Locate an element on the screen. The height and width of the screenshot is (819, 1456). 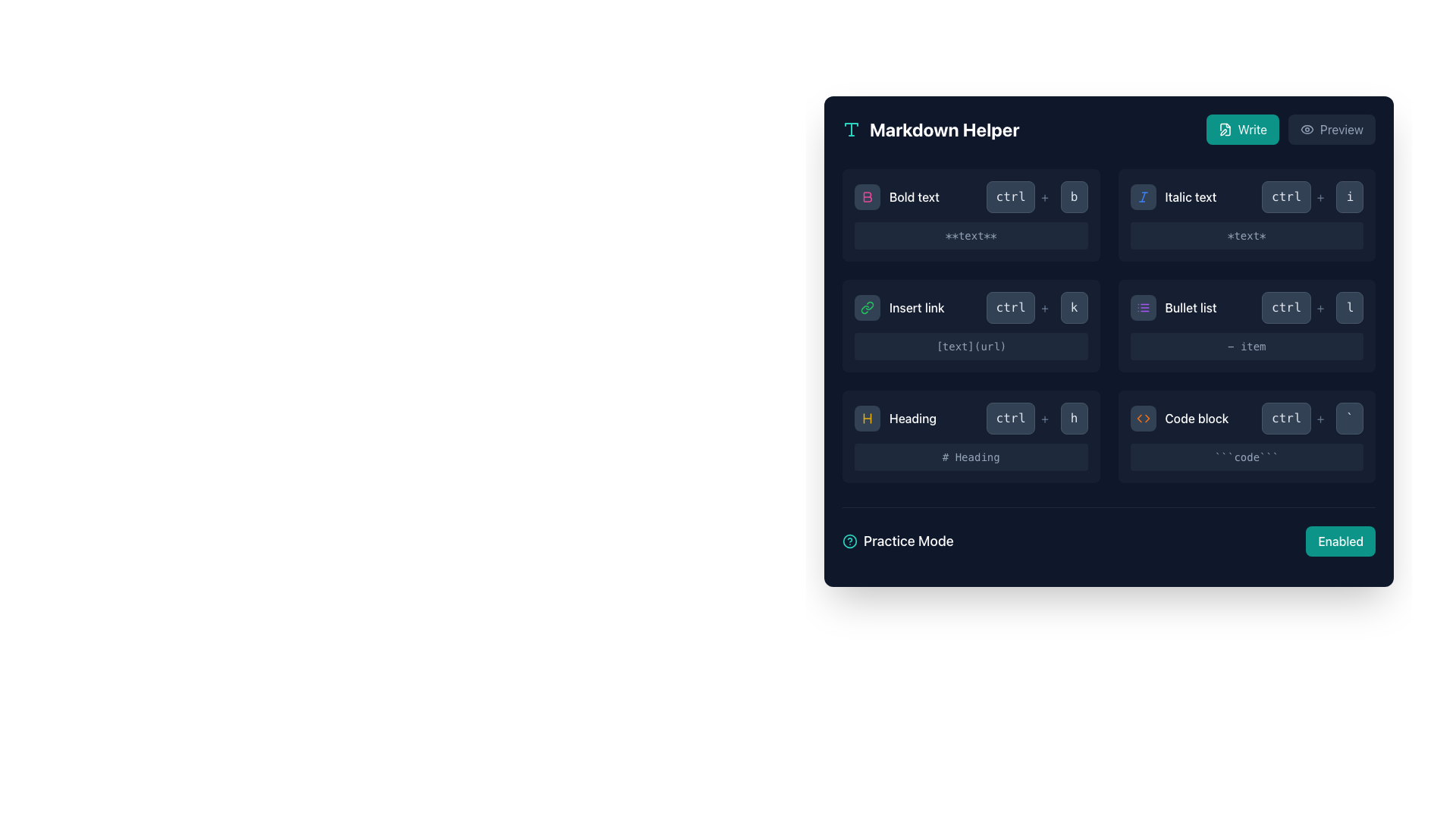
the 'Markdown Helper' text heading, which is styled in bold, white, large-sized font against a navy background, located at the top-left corner of the central UI panel is located at coordinates (943, 128).